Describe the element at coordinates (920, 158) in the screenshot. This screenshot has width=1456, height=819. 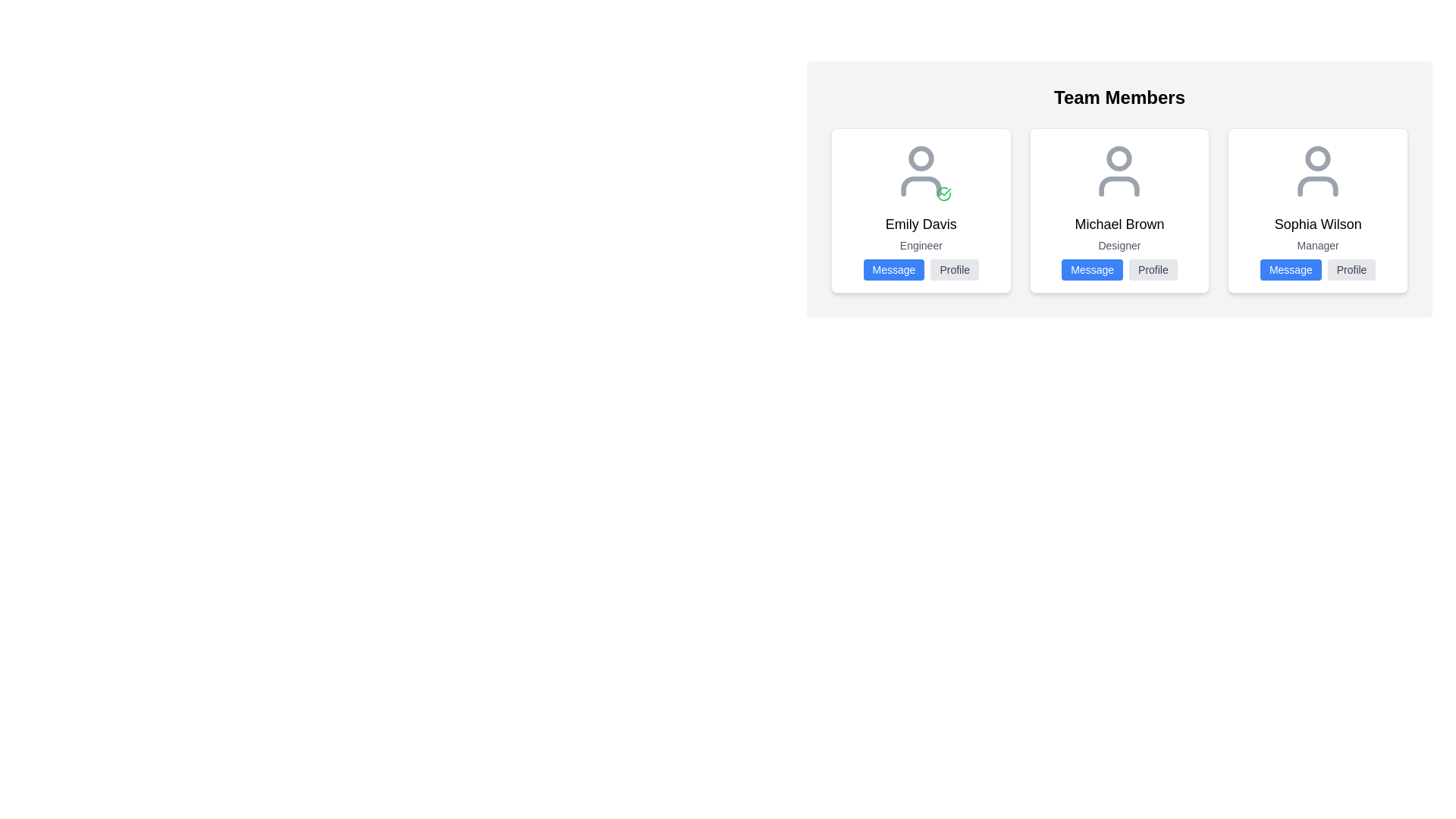
I see `the Avatar Placeholder for the user 'Emily Davis', which is located centrally in the top section of the user profile card` at that location.